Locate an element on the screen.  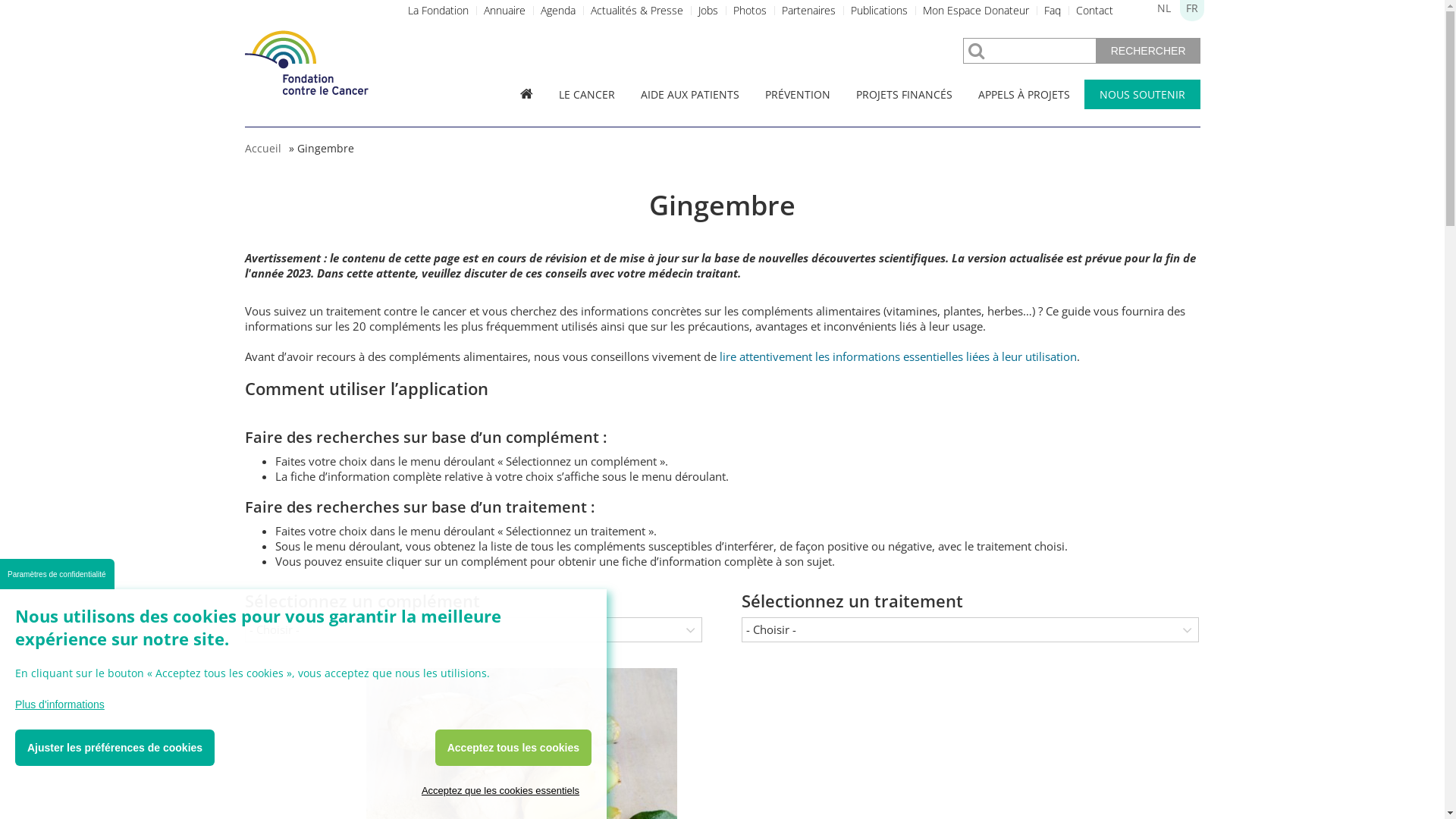
'Rechercher' is located at coordinates (1096, 49).